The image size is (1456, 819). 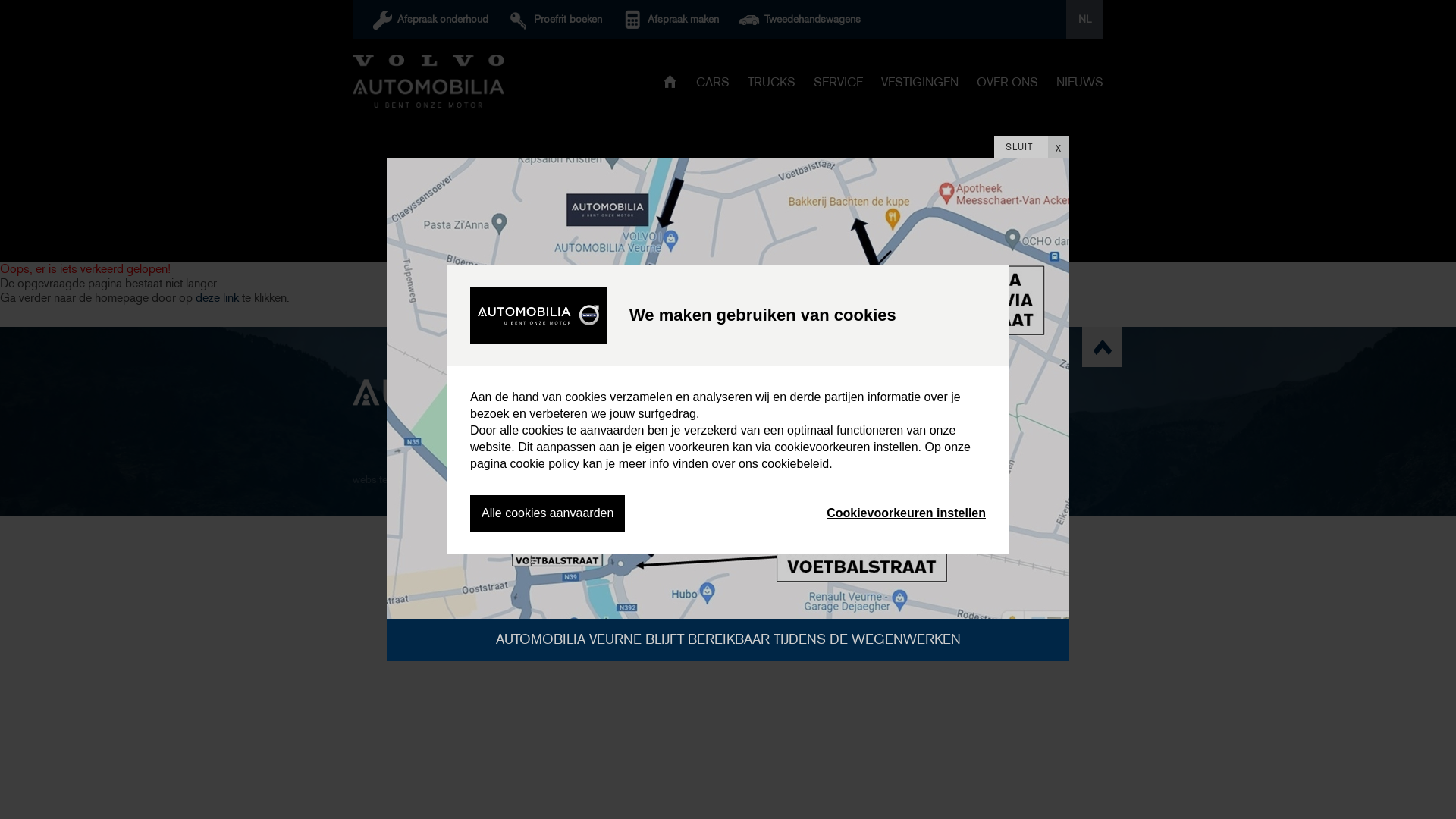 I want to click on 'Alle cookies aanvaarden', so click(x=546, y=513).